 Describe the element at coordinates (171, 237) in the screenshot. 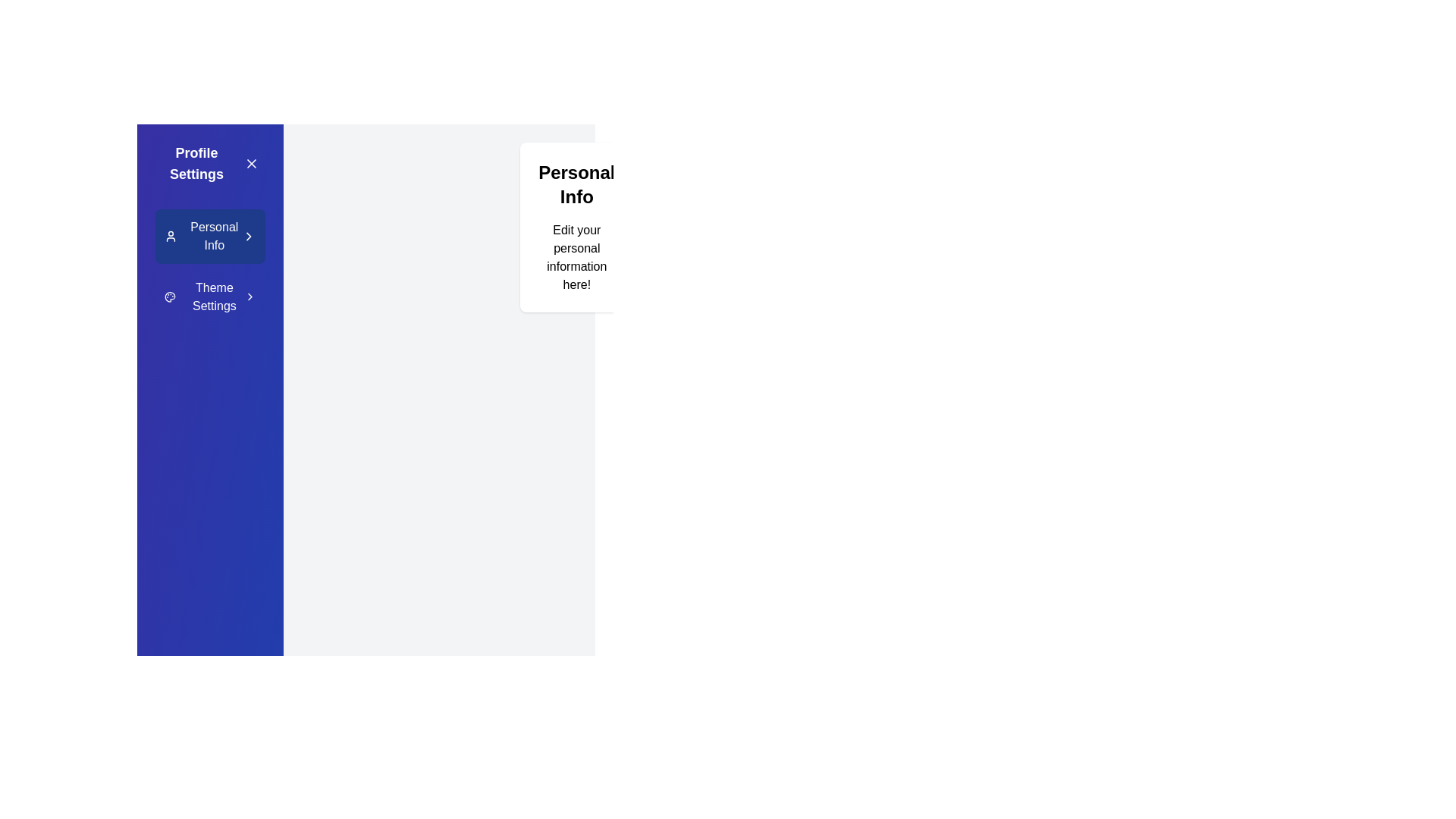

I see `the user silhouette icon located in the sidebar menu, which precedes the 'Personal Info' text` at that location.